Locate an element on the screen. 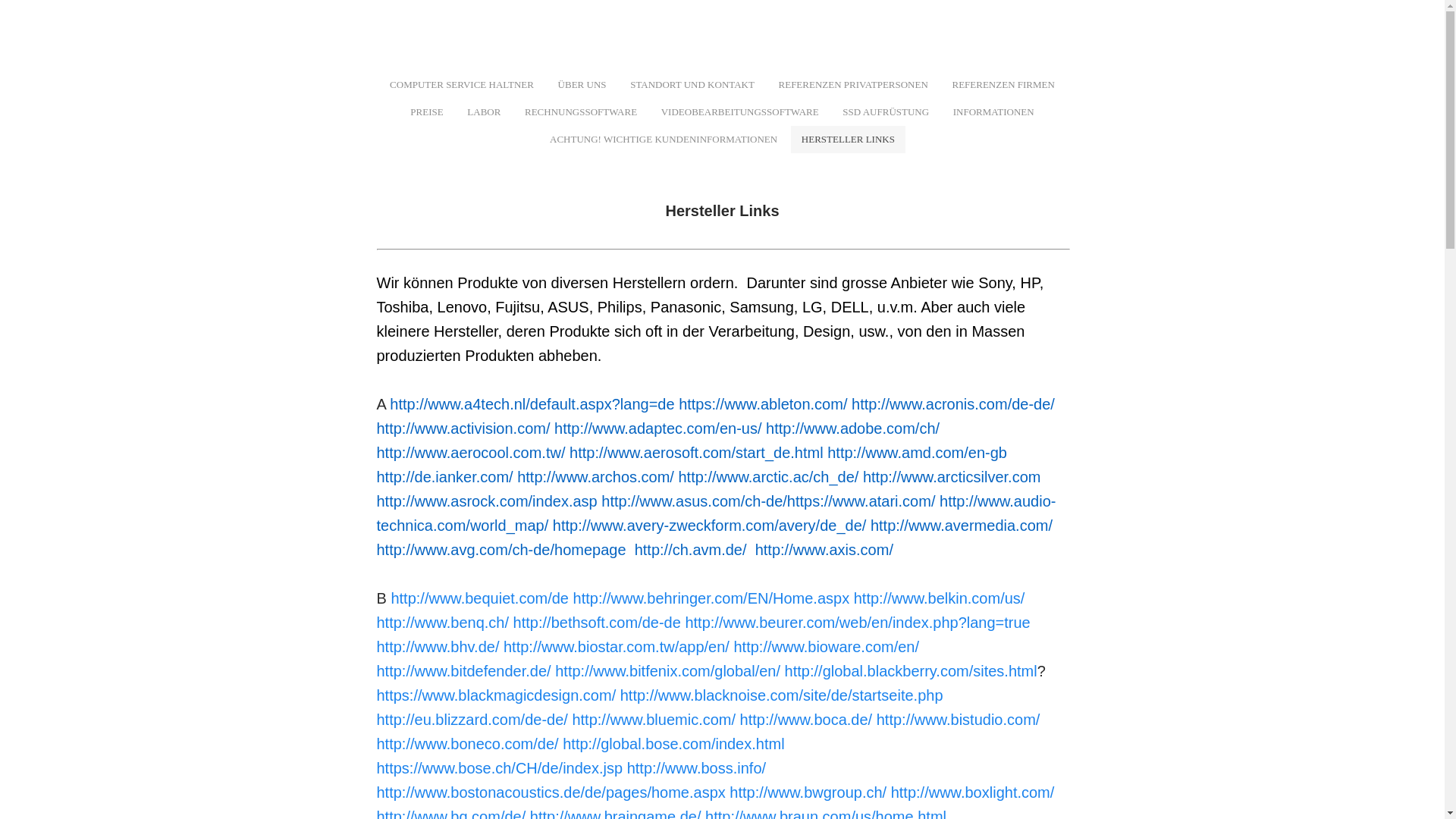 This screenshot has height=819, width=1456. 'http://de.ianker.com/' is located at coordinates (375, 475).